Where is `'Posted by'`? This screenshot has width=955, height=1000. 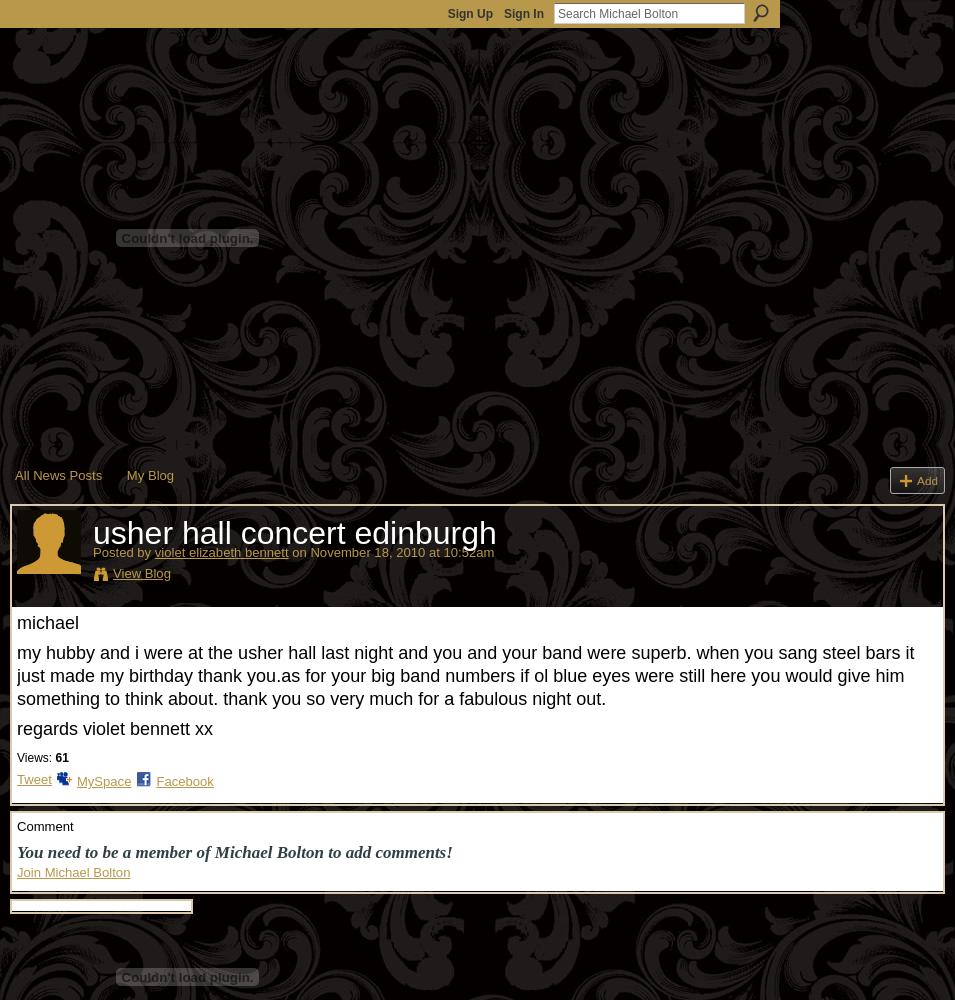 'Posted by' is located at coordinates (122, 552).